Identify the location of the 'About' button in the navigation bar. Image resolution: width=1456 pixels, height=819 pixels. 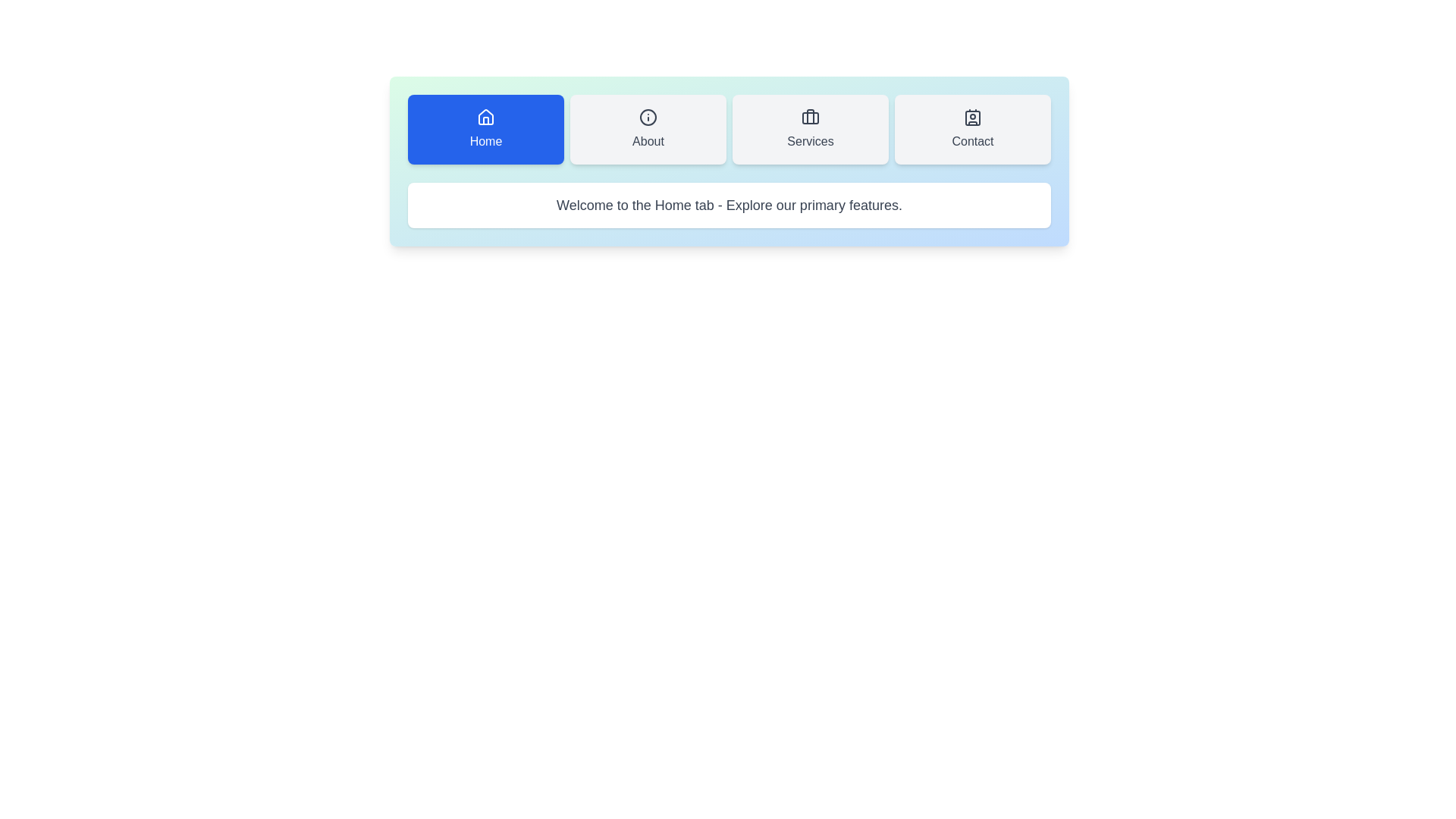
(648, 128).